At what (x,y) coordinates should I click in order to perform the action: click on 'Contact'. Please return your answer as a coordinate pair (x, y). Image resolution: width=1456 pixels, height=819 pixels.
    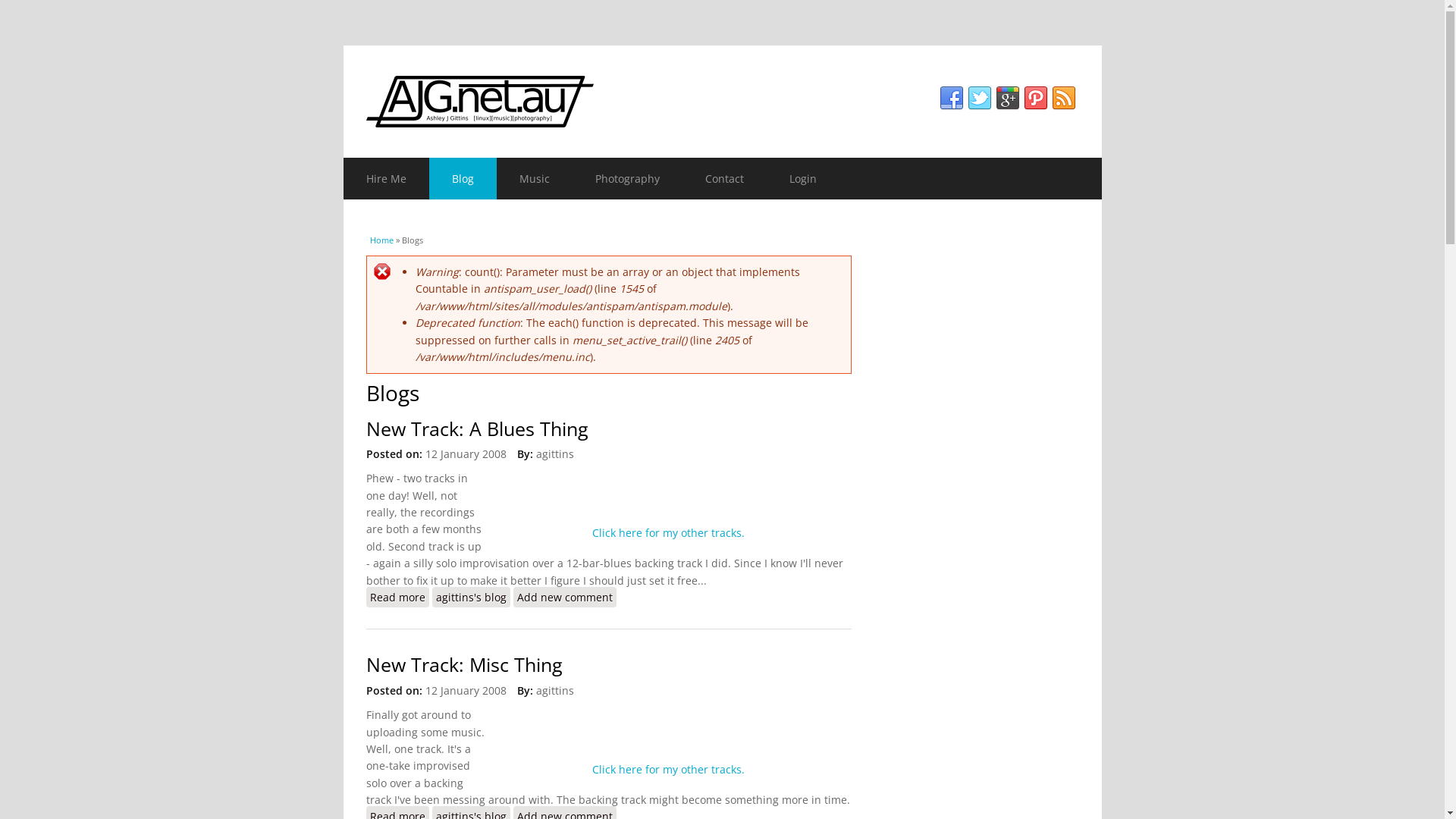
    Looking at the image, I should click on (723, 177).